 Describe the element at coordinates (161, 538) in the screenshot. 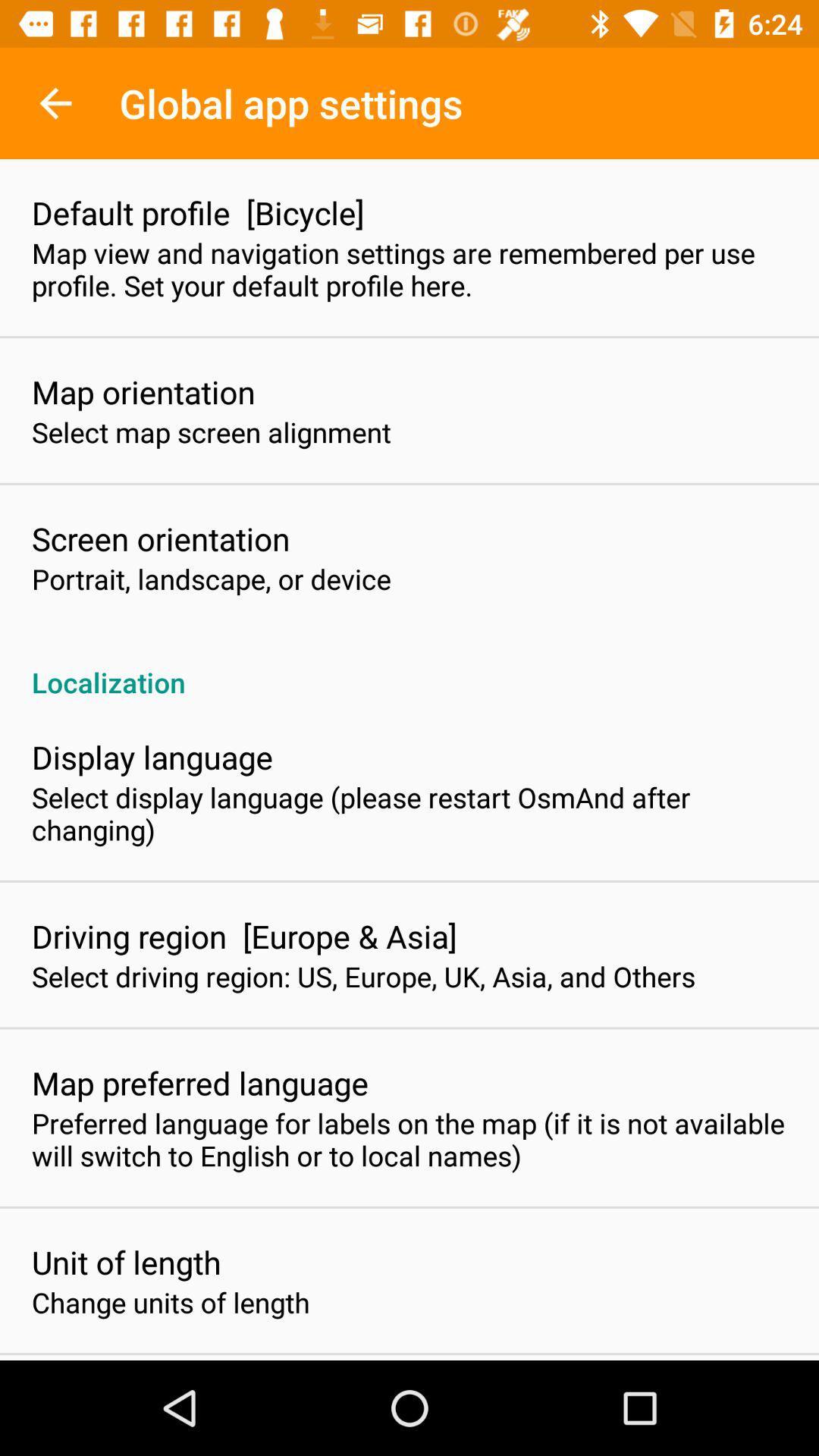

I see `screen orientation` at that location.